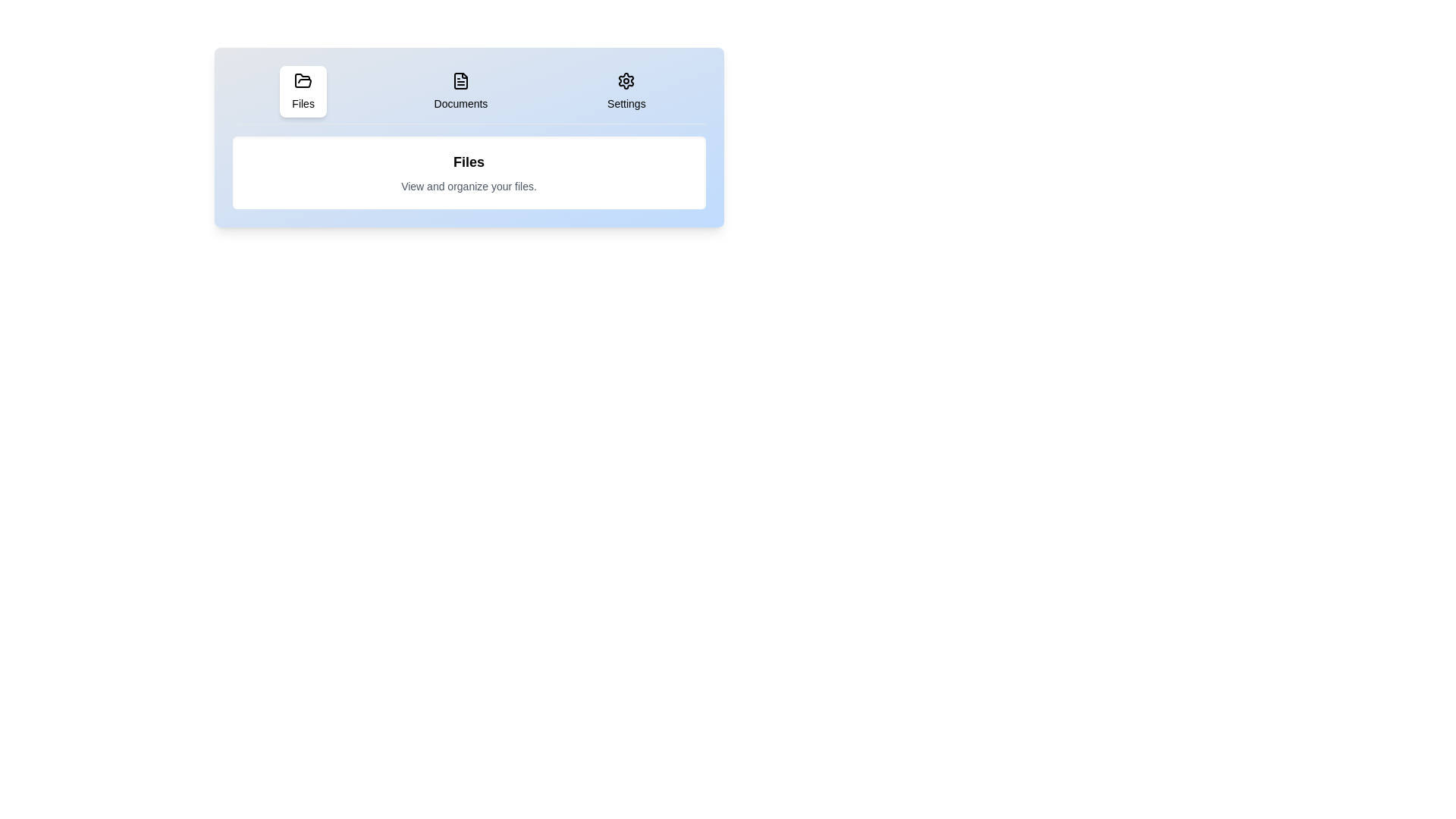 The image size is (1456, 819). Describe the element at coordinates (626, 91) in the screenshot. I see `the Settings tab to see its hover effect` at that location.